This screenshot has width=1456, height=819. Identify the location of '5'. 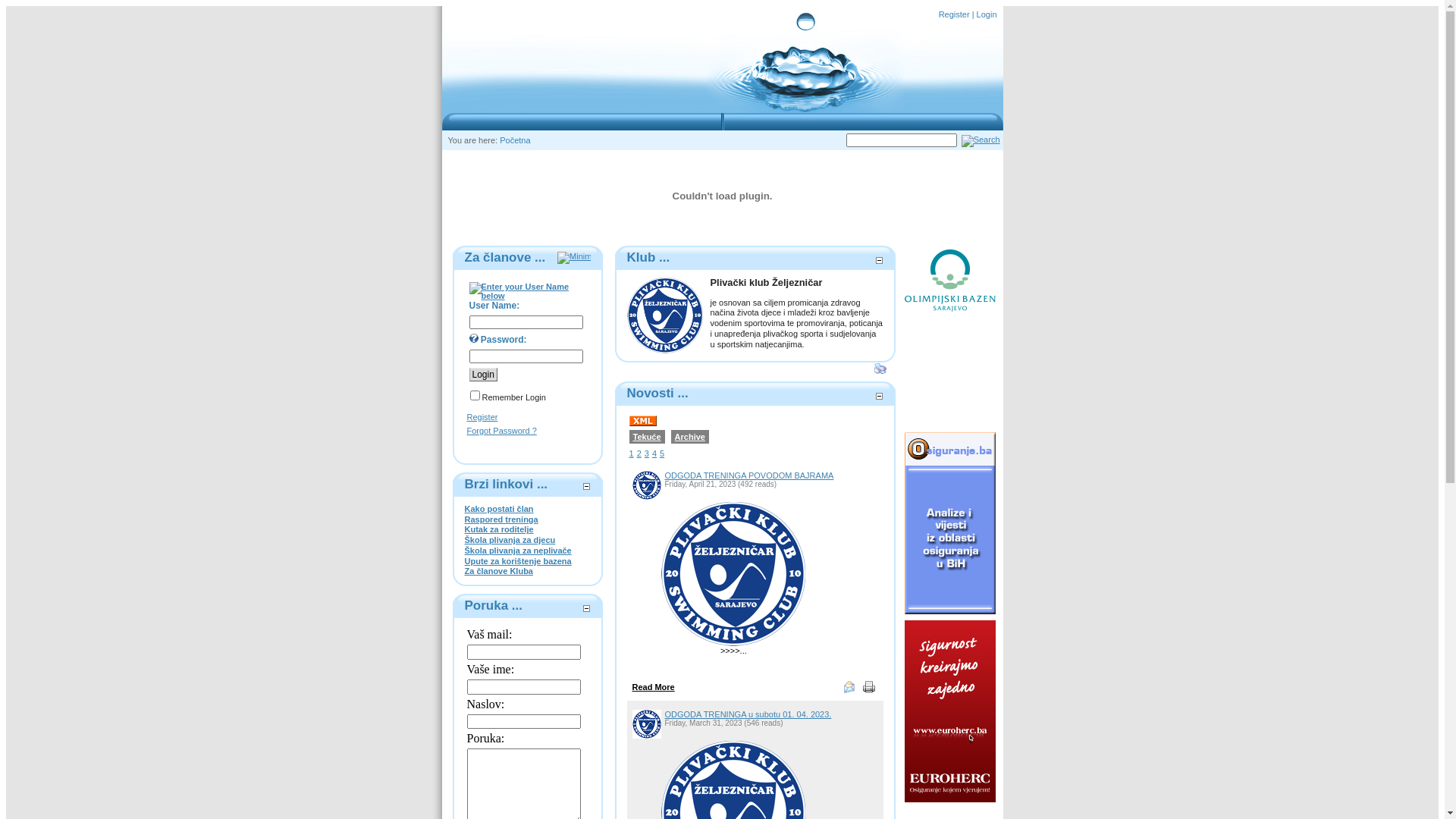
(662, 452).